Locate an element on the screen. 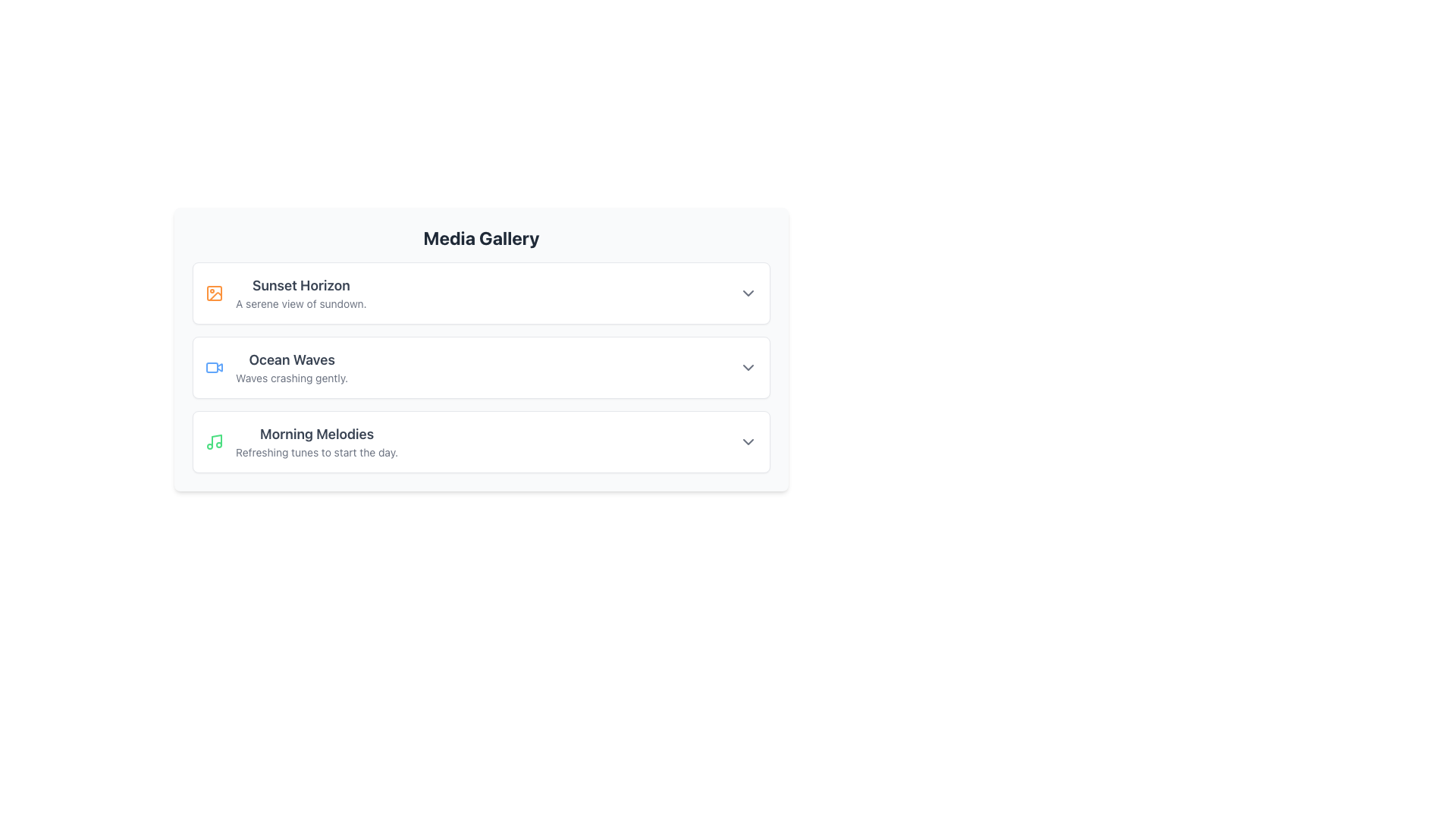  the leftmost icon representing the 'Ocean Waves' media entry in the second row of the list is located at coordinates (214, 368).